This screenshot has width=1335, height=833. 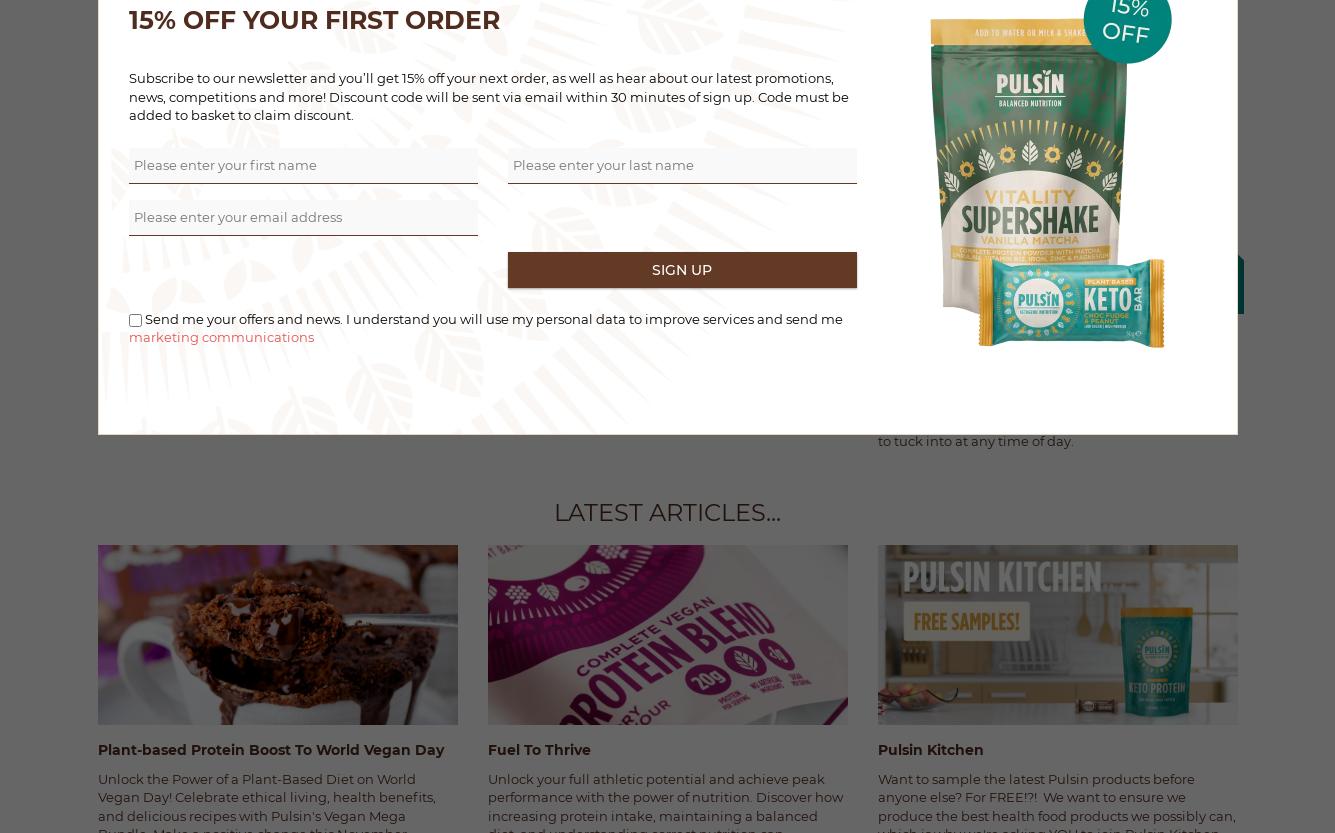 What do you see at coordinates (811, 25) in the screenshot?
I see `'View Details'` at bounding box center [811, 25].